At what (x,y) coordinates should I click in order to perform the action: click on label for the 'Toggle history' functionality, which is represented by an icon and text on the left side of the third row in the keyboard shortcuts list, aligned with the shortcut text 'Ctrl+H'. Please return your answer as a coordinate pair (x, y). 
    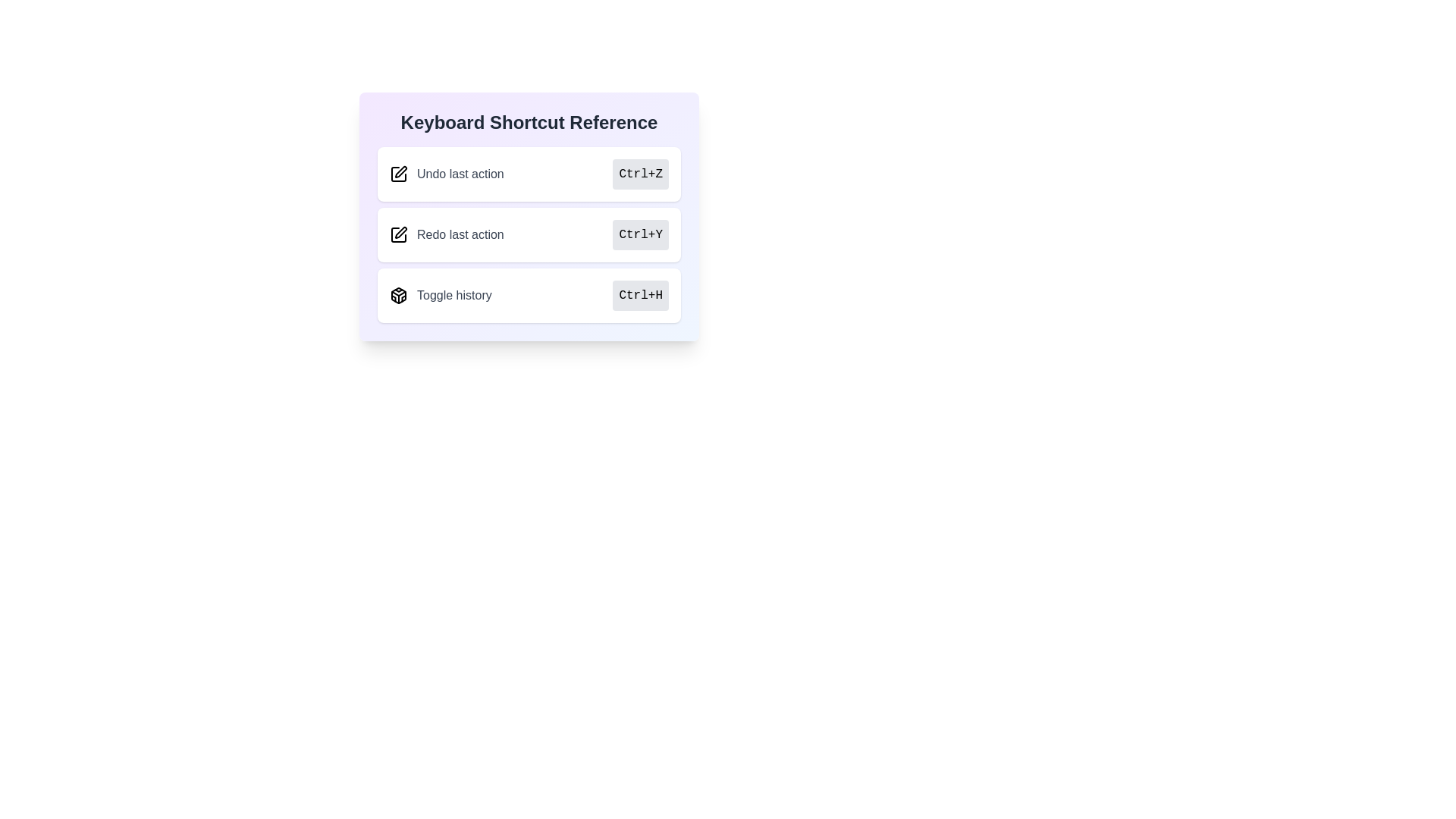
    Looking at the image, I should click on (440, 295).